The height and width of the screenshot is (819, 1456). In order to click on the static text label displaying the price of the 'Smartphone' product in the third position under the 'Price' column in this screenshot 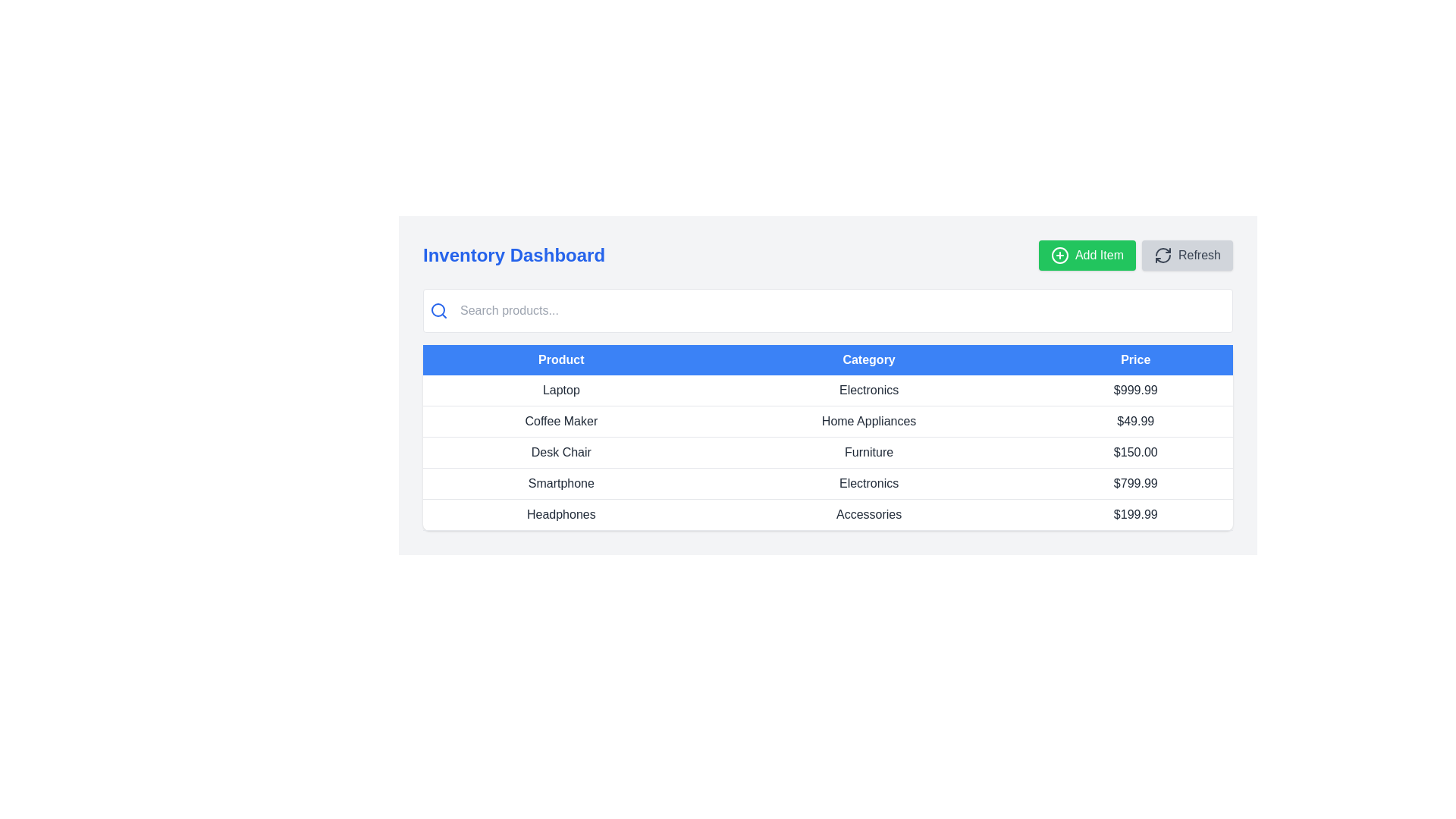, I will do `click(1135, 483)`.